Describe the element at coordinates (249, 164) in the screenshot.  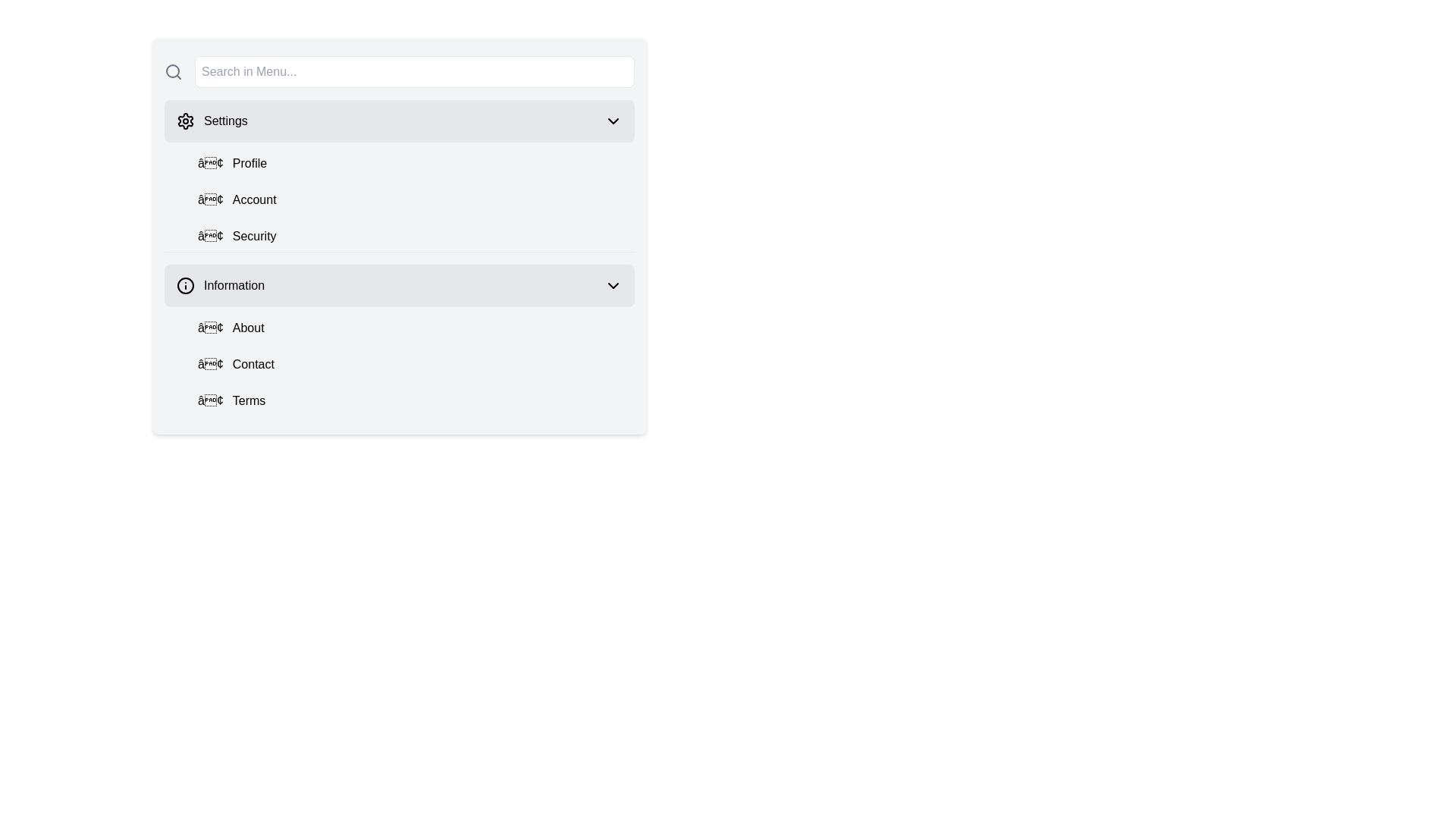
I see `the 'Profile' text label within the dropdown menu under the 'Settings' section` at that location.